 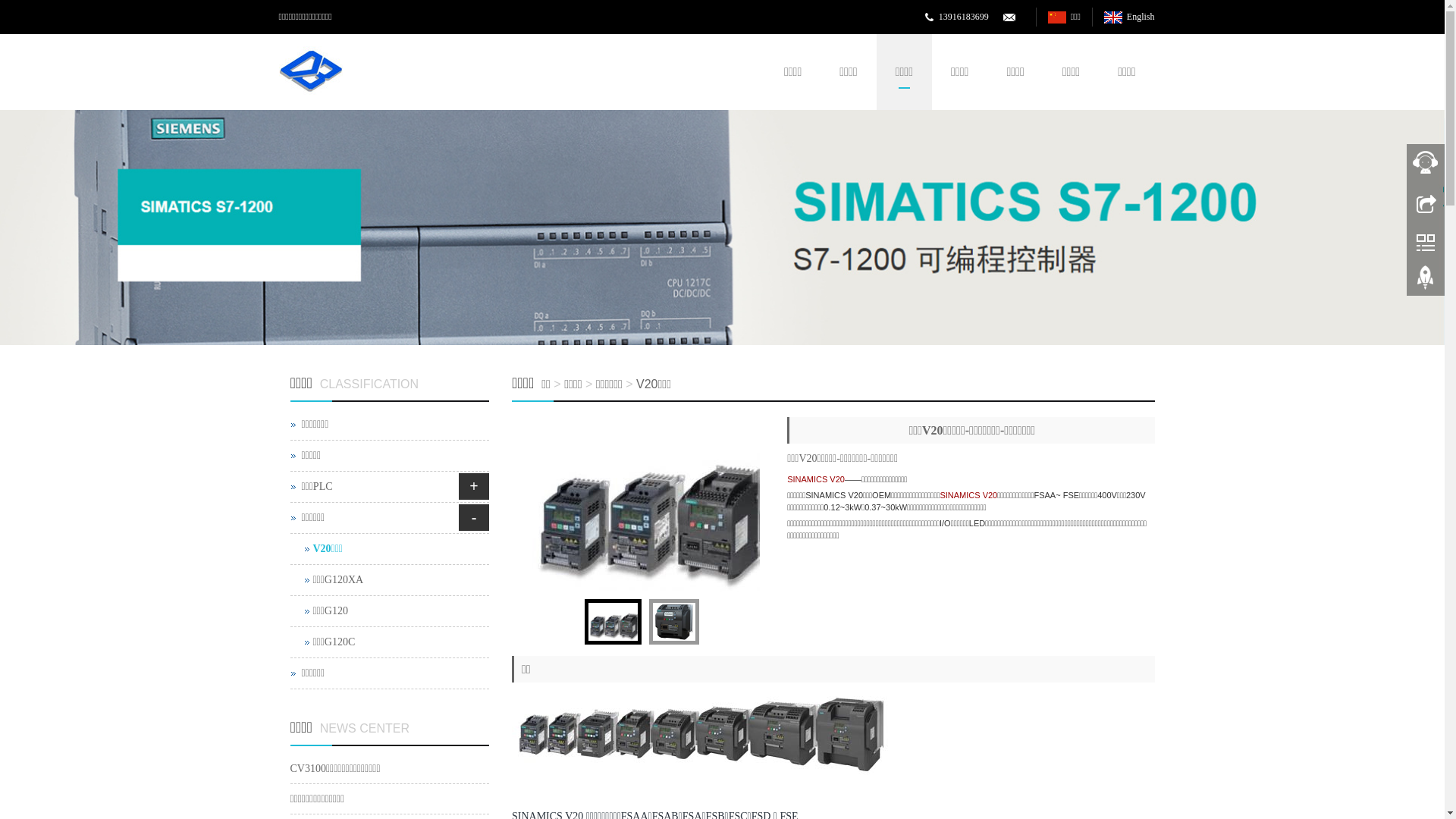 What do you see at coordinates (786, 479) in the screenshot?
I see `'SINAMICS V20'` at bounding box center [786, 479].